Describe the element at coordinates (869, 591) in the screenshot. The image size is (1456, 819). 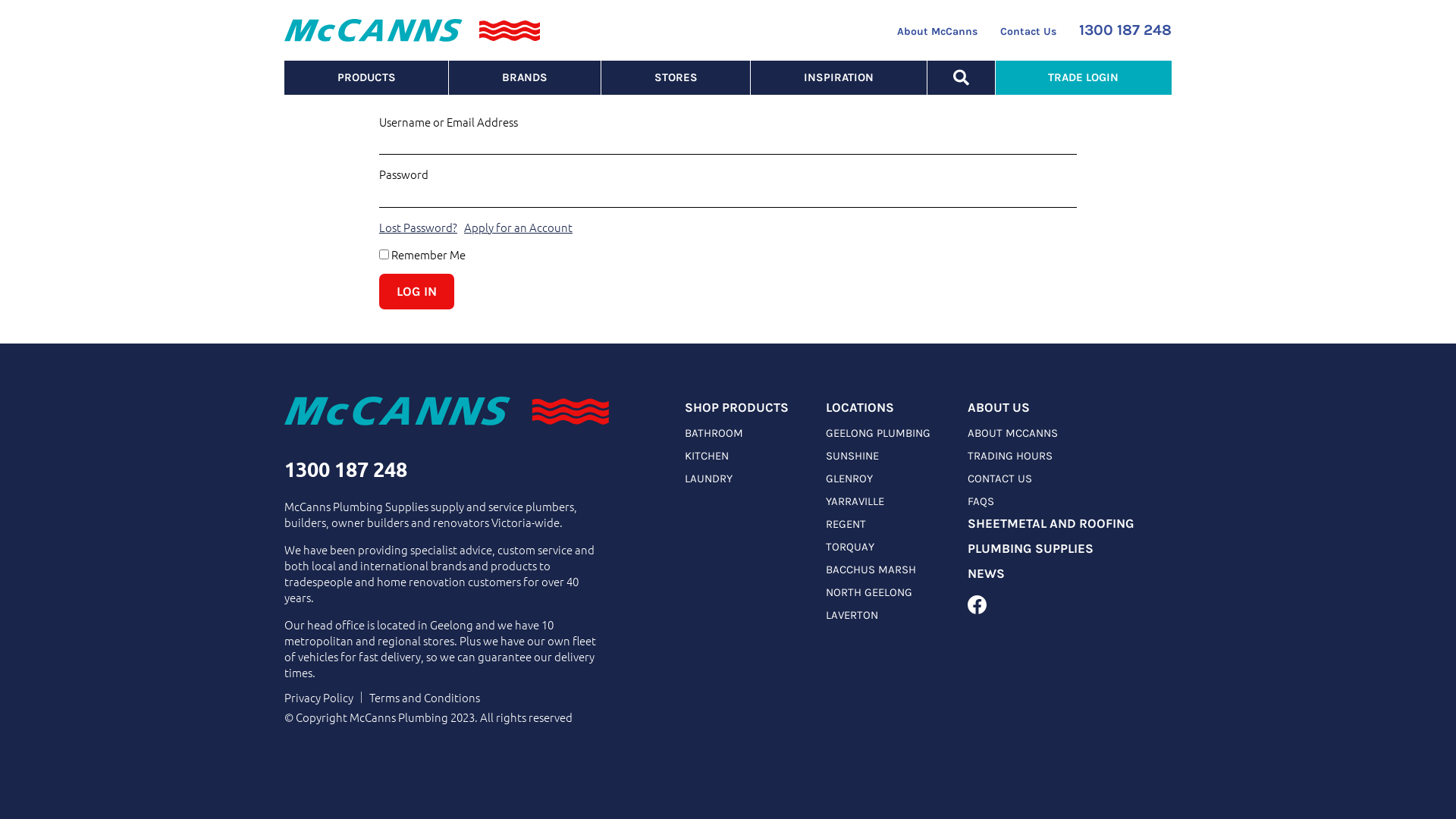
I see `'NORTH GEELONG'` at that location.